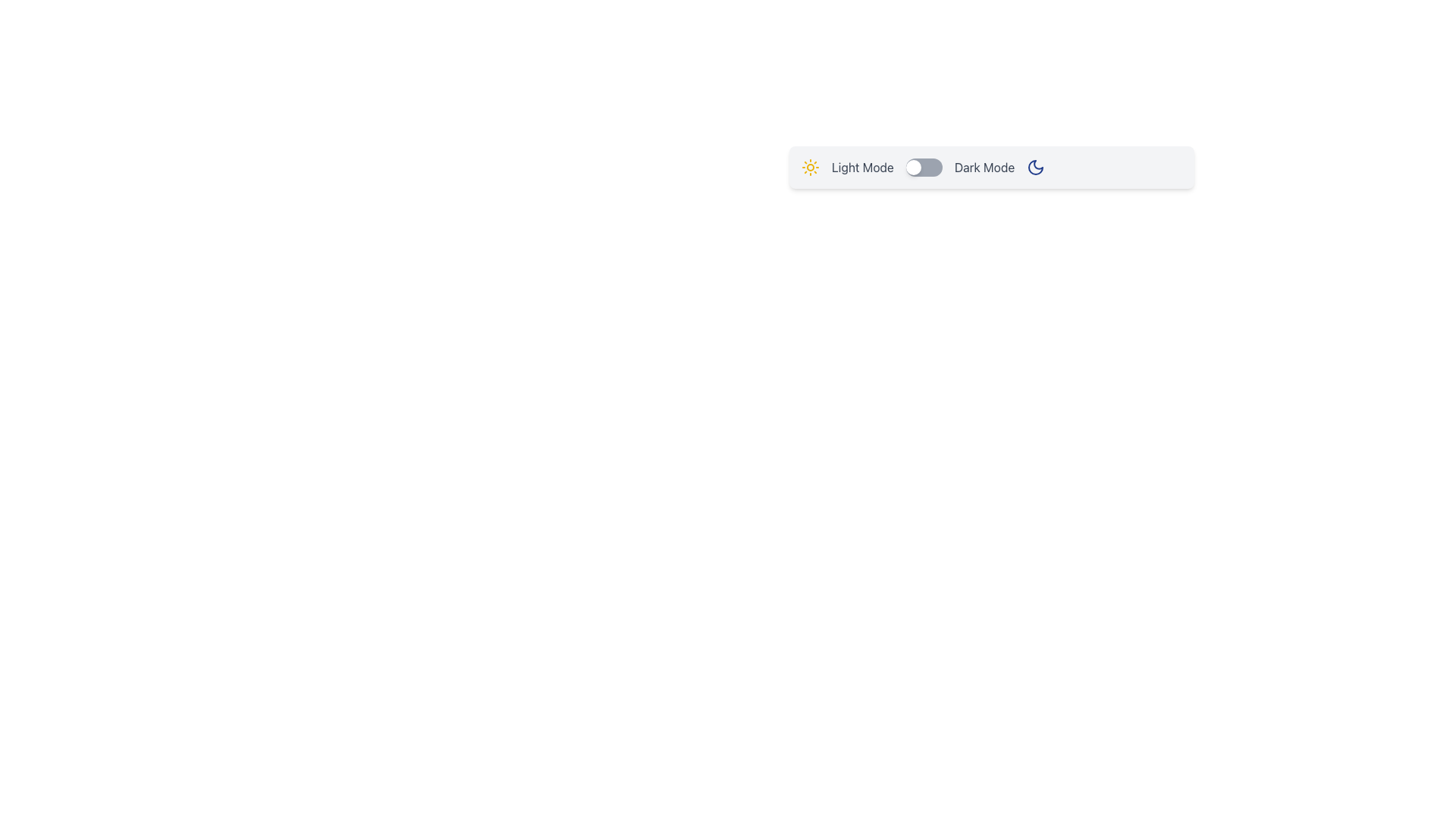 The image size is (1456, 819). I want to click on the circular sun icon, which is styled in bright yellow and is the first element in the horizontal layout containing the 'Light Mode' and 'Dark Mode' toggle switch, so click(810, 167).